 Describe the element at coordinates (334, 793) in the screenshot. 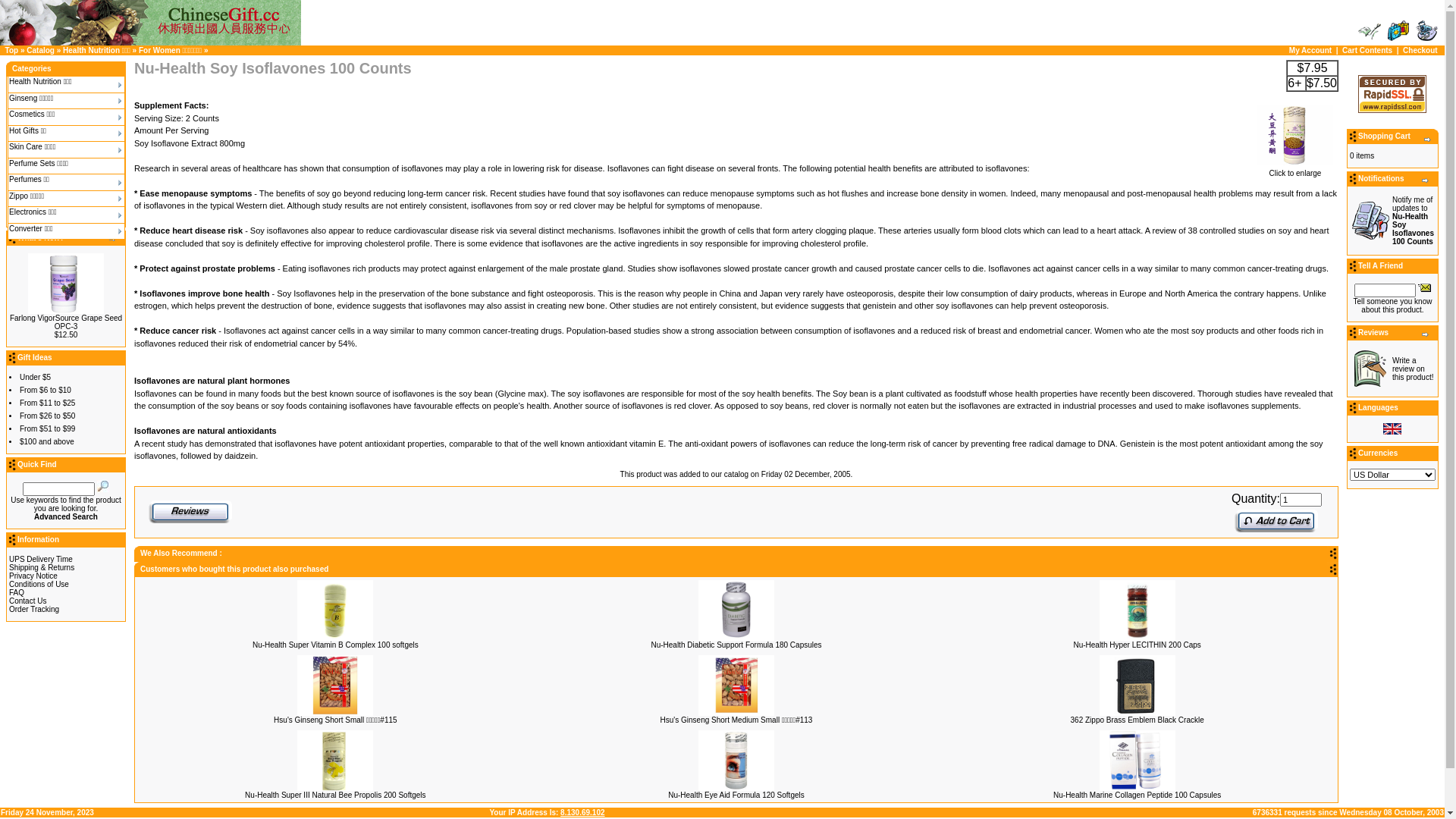

I see `'Nu-Health Super III Natural Bee Propolis 200 Softgels'` at that location.